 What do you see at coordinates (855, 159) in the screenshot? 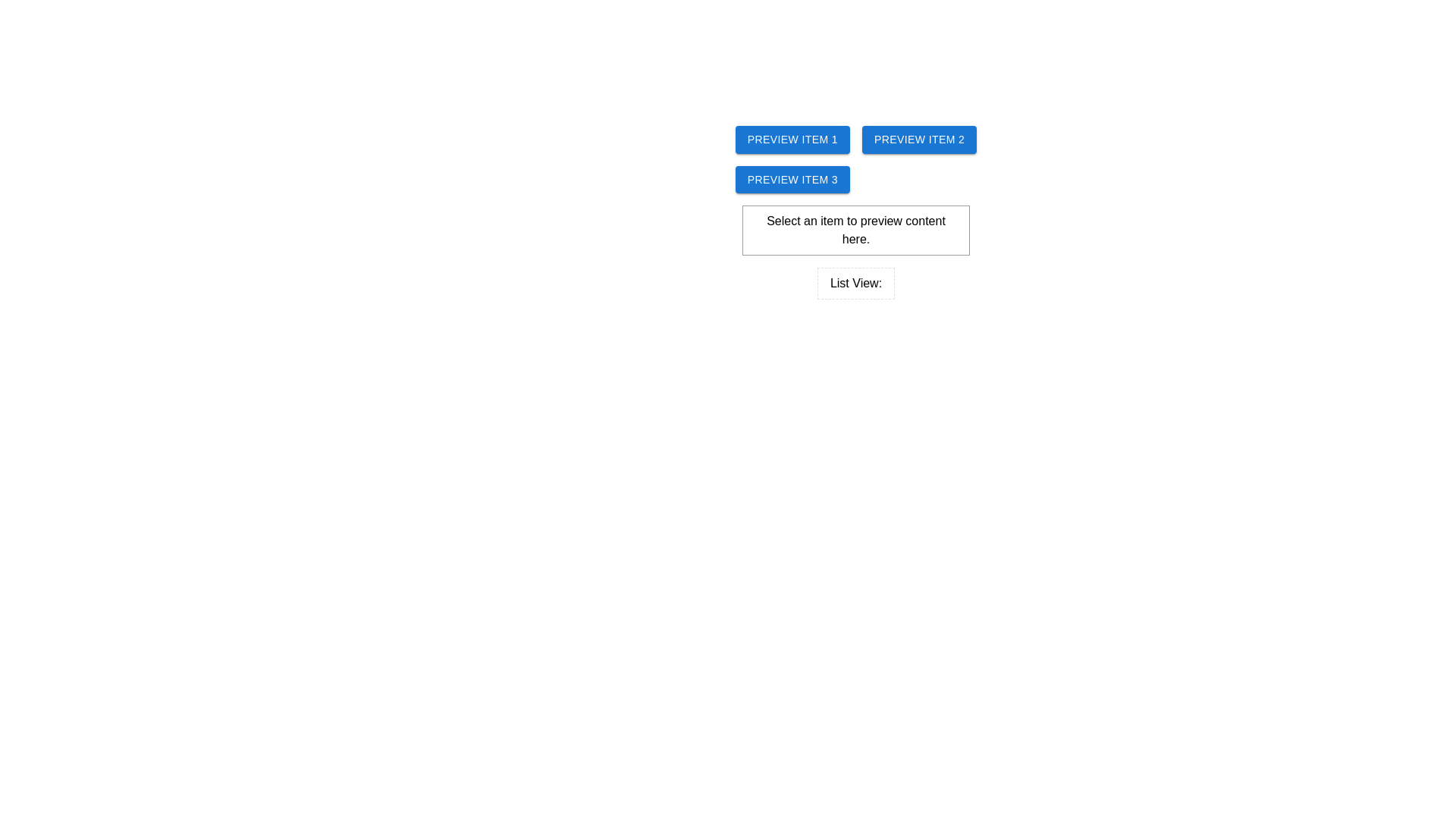
I see `the interactive button labeled 'Preview Item 1'` at bounding box center [855, 159].